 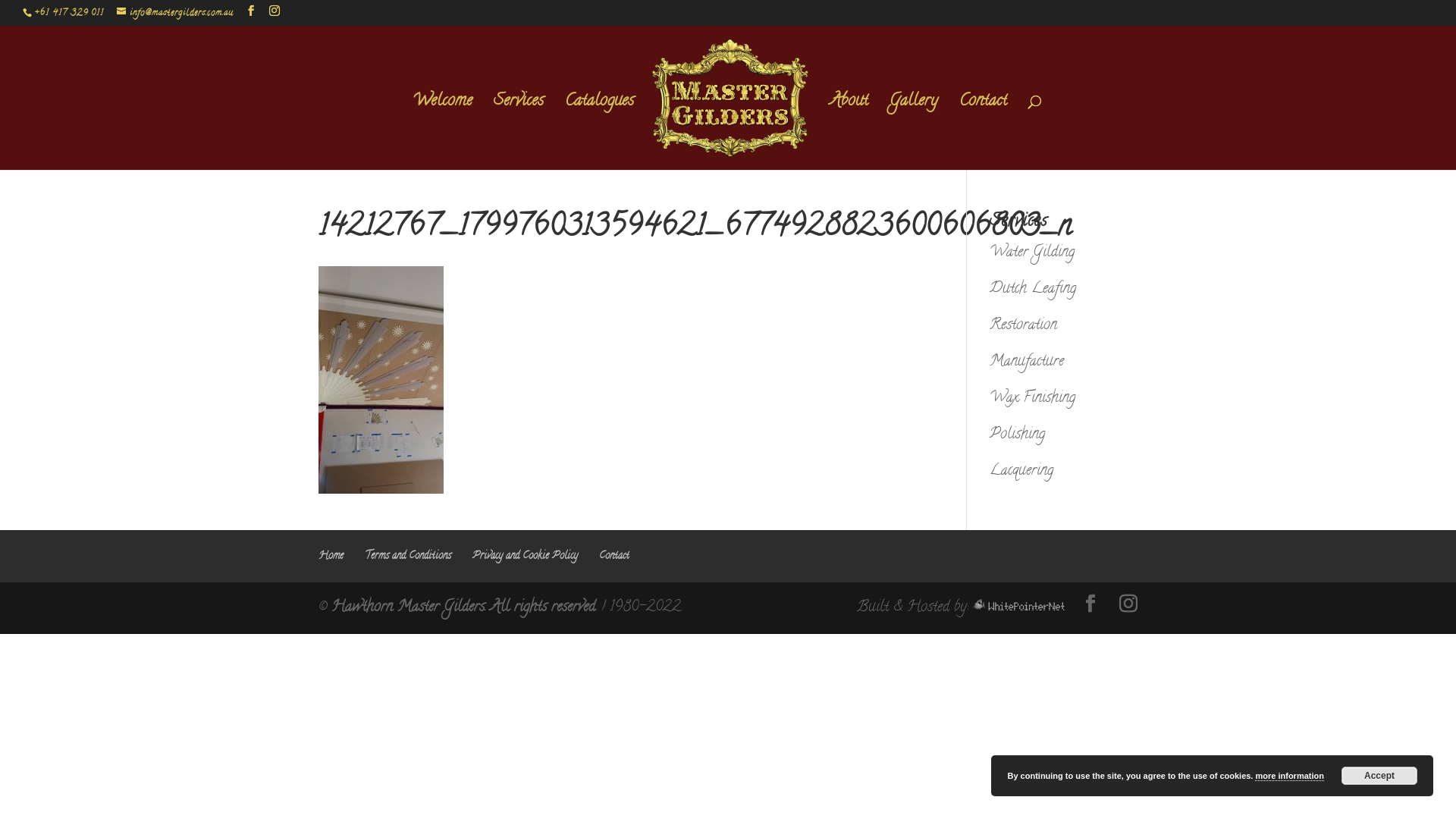 What do you see at coordinates (525, 556) in the screenshot?
I see `'Privacy and Cookie Policy'` at bounding box center [525, 556].